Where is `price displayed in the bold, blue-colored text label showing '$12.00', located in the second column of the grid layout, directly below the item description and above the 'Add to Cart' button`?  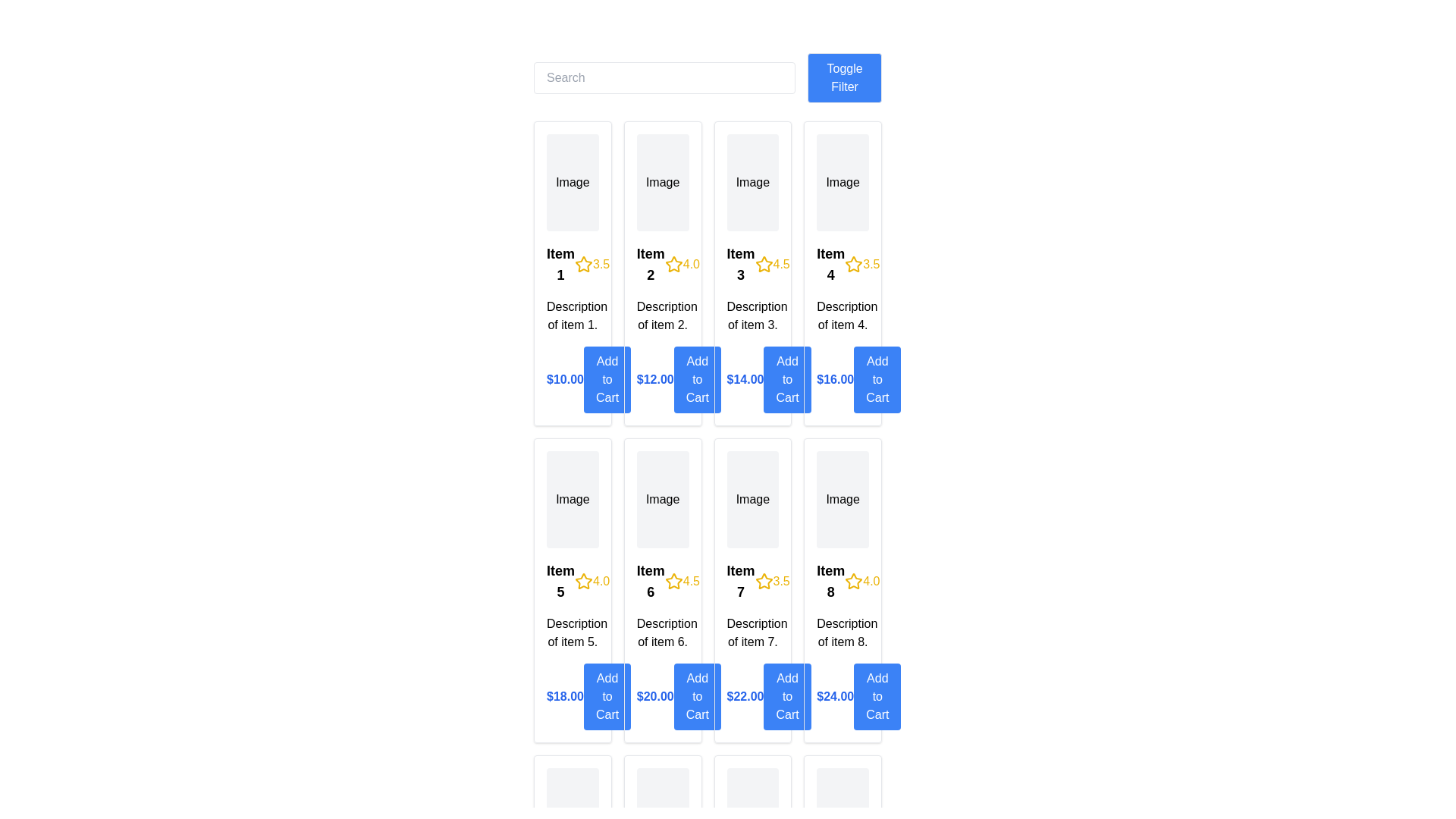
price displayed in the bold, blue-colored text label showing '$12.00', located in the second column of the grid layout, directly below the item description and above the 'Add to Cart' button is located at coordinates (655, 379).